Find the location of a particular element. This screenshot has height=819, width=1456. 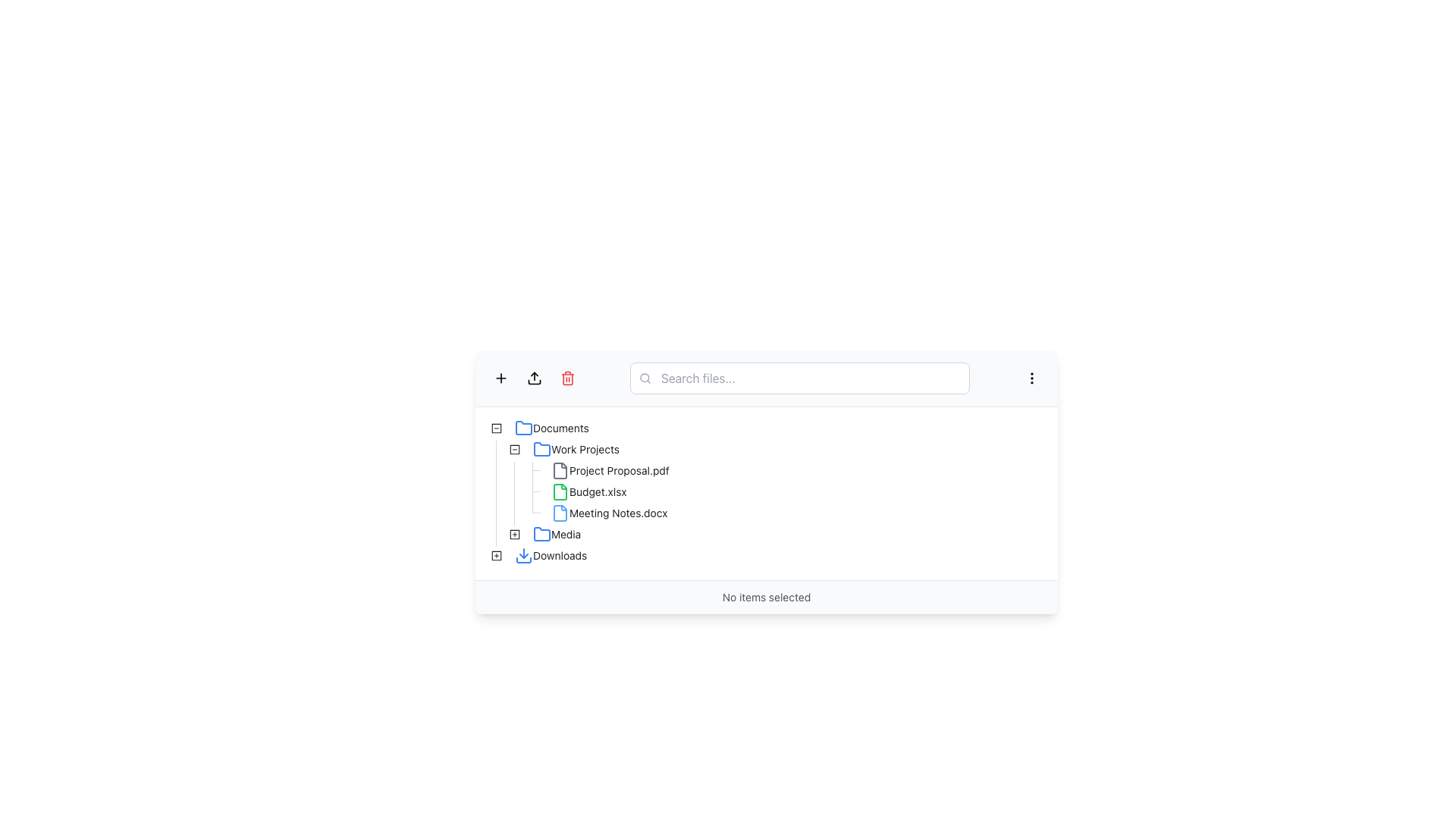

the folder icon representing 'Work Projects' is located at coordinates (542, 449).